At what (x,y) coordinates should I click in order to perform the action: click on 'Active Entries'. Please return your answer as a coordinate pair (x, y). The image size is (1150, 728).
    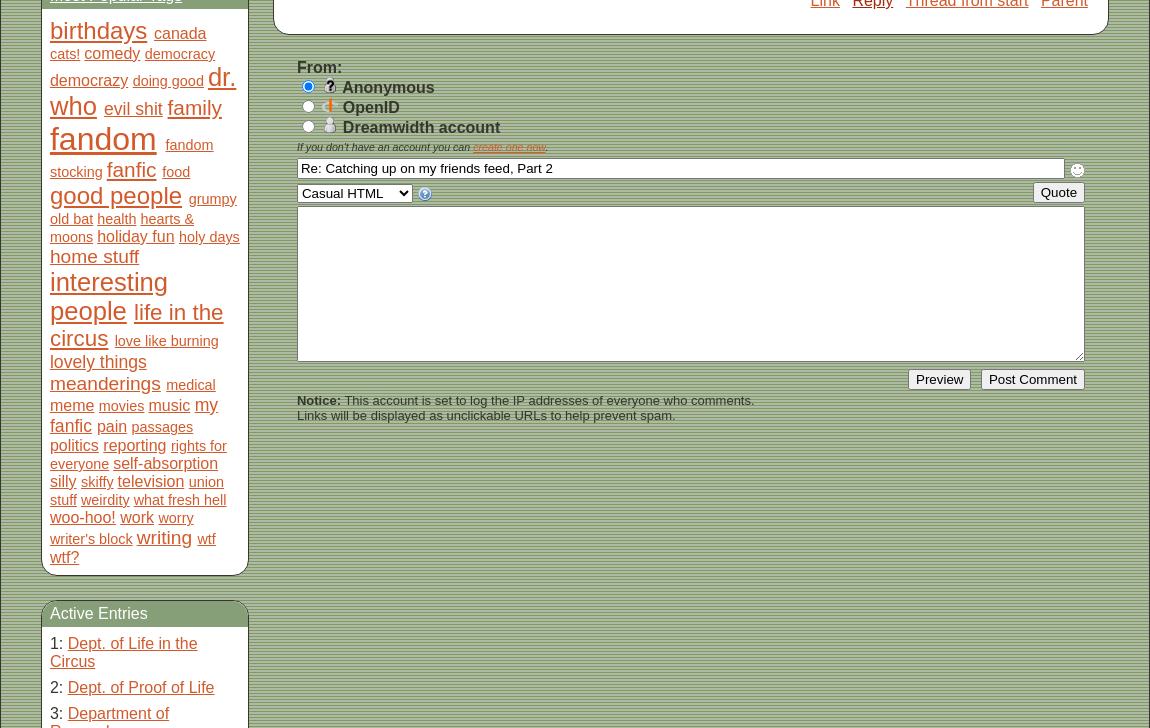
    Looking at the image, I should click on (96, 613).